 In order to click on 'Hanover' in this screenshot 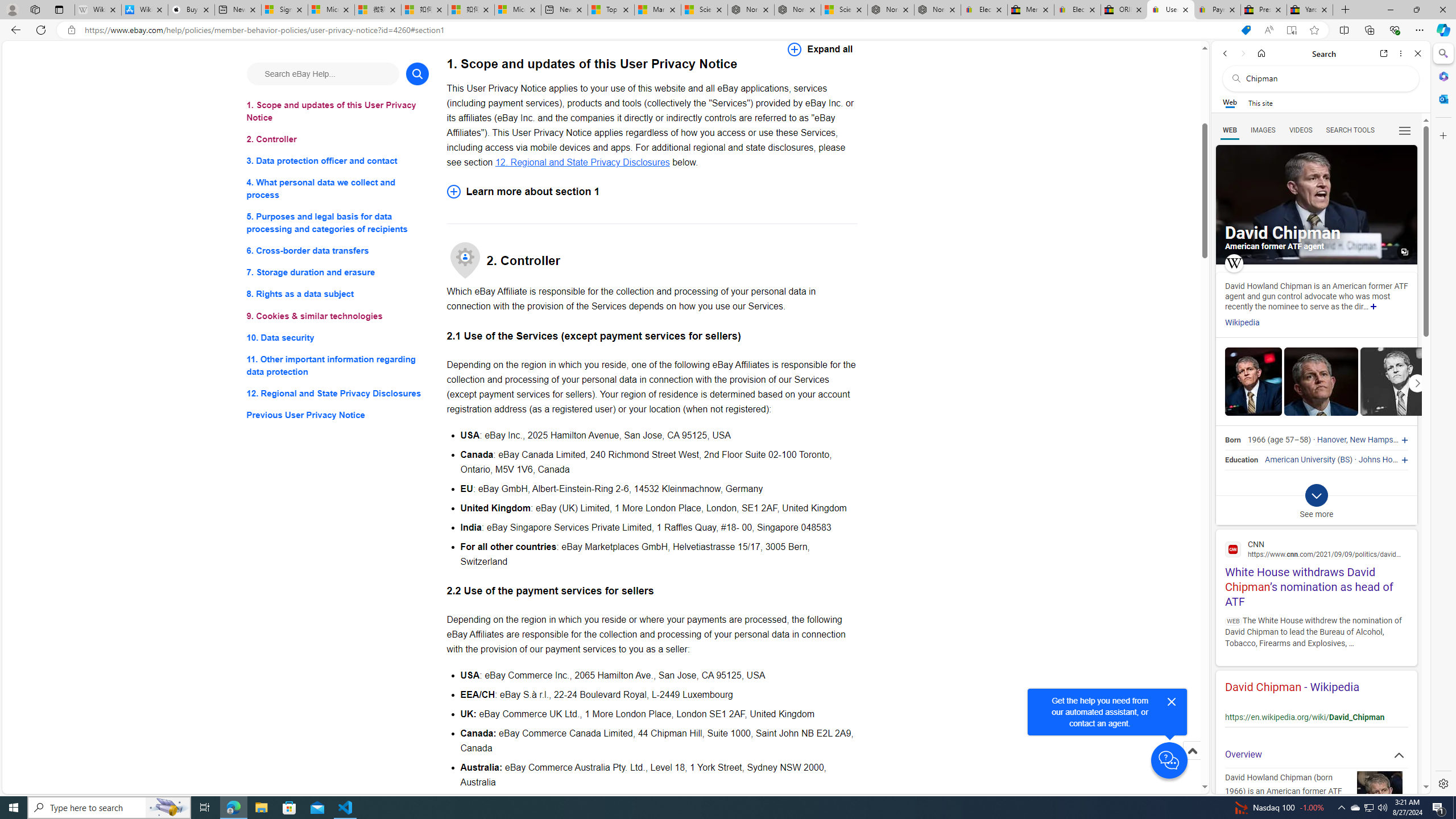, I will do `click(1331, 440)`.